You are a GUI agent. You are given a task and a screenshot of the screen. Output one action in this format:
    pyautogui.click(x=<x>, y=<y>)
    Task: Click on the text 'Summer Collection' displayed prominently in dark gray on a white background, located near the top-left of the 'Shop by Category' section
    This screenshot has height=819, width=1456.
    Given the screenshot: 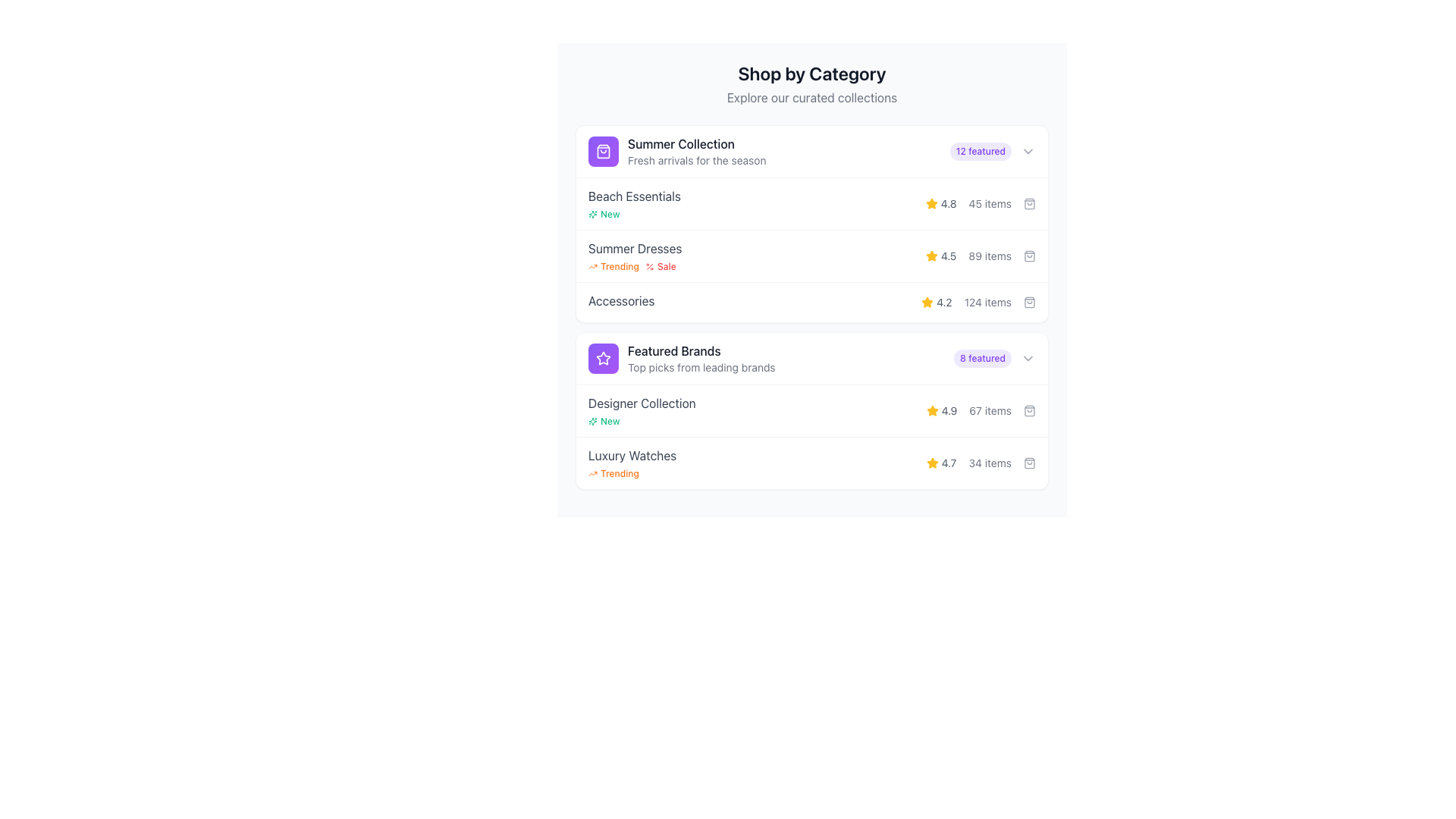 What is the action you would take?
    pyautogui.click(x=696, y=143)
    